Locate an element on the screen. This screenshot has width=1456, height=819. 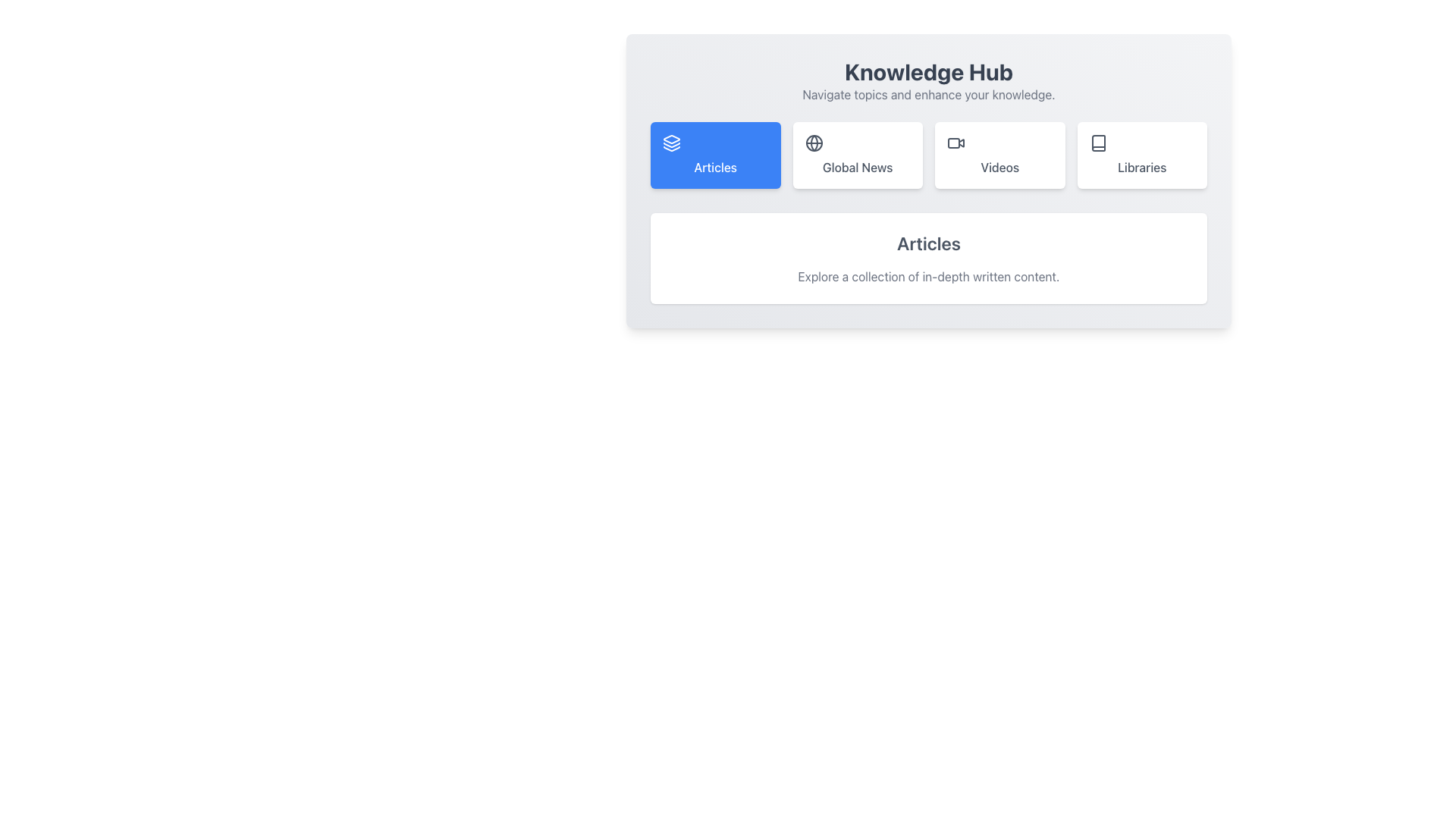
header text element displaying 'Articles' in large, bold, dark gray font, positioned above the subtext is located at coordinates (927, 242).